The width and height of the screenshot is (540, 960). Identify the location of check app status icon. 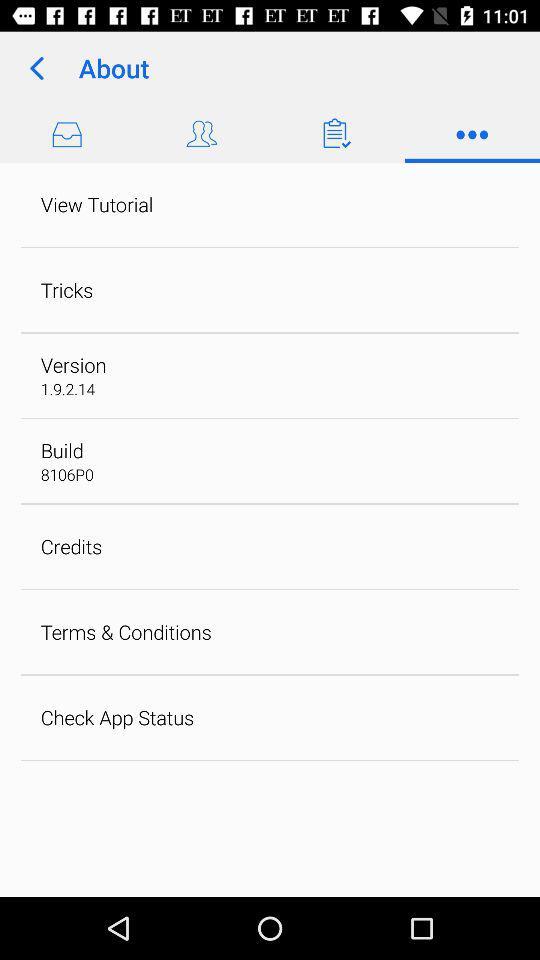
(117, 717).